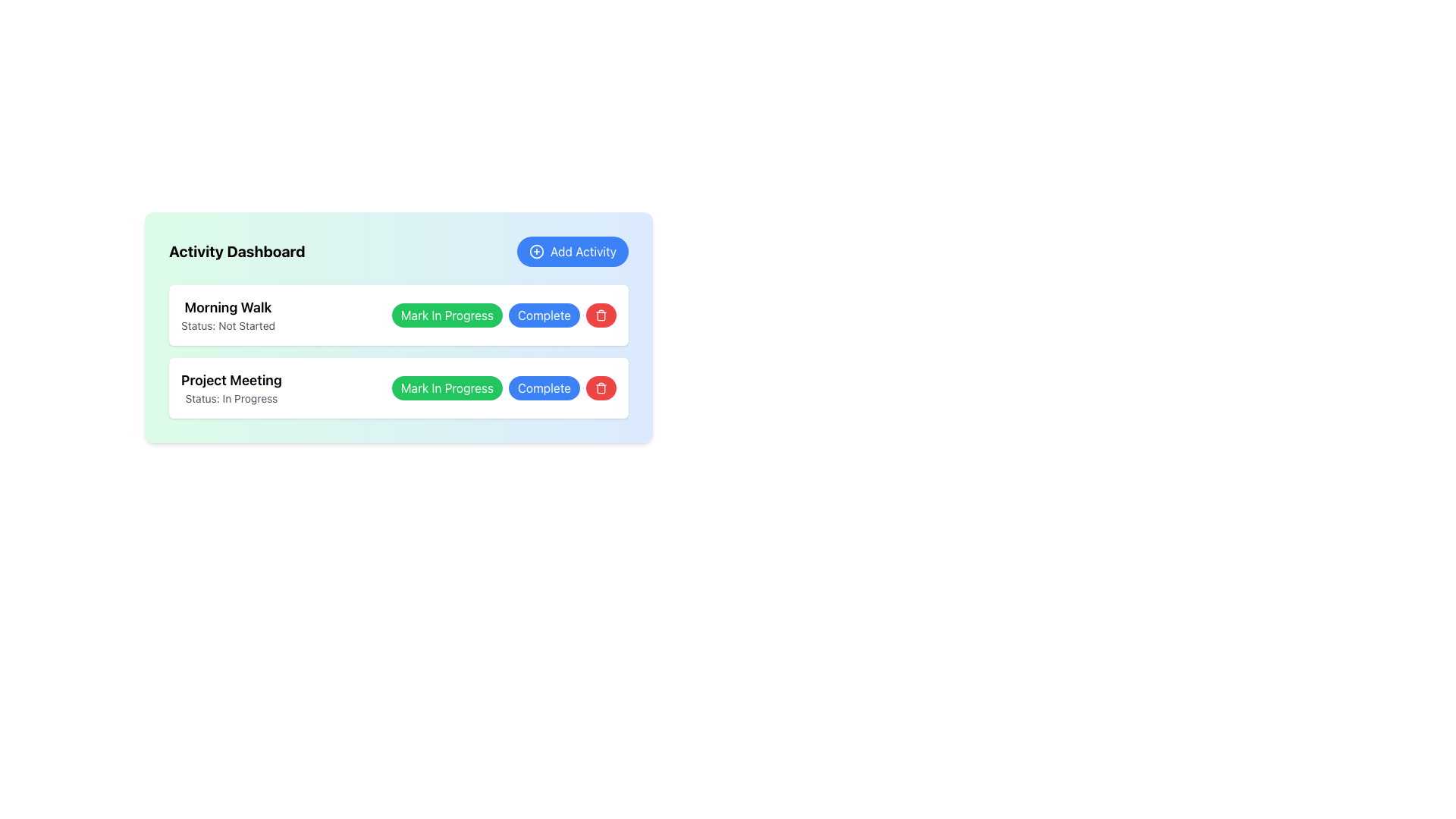 The image size is (1456, 819). Describe the element at coordinates (227, 315) in the screenshot. I see `the informational text block displaying 'Morning Walk' and 'Status: Not Started', located in the top card of the activity list` at that location.